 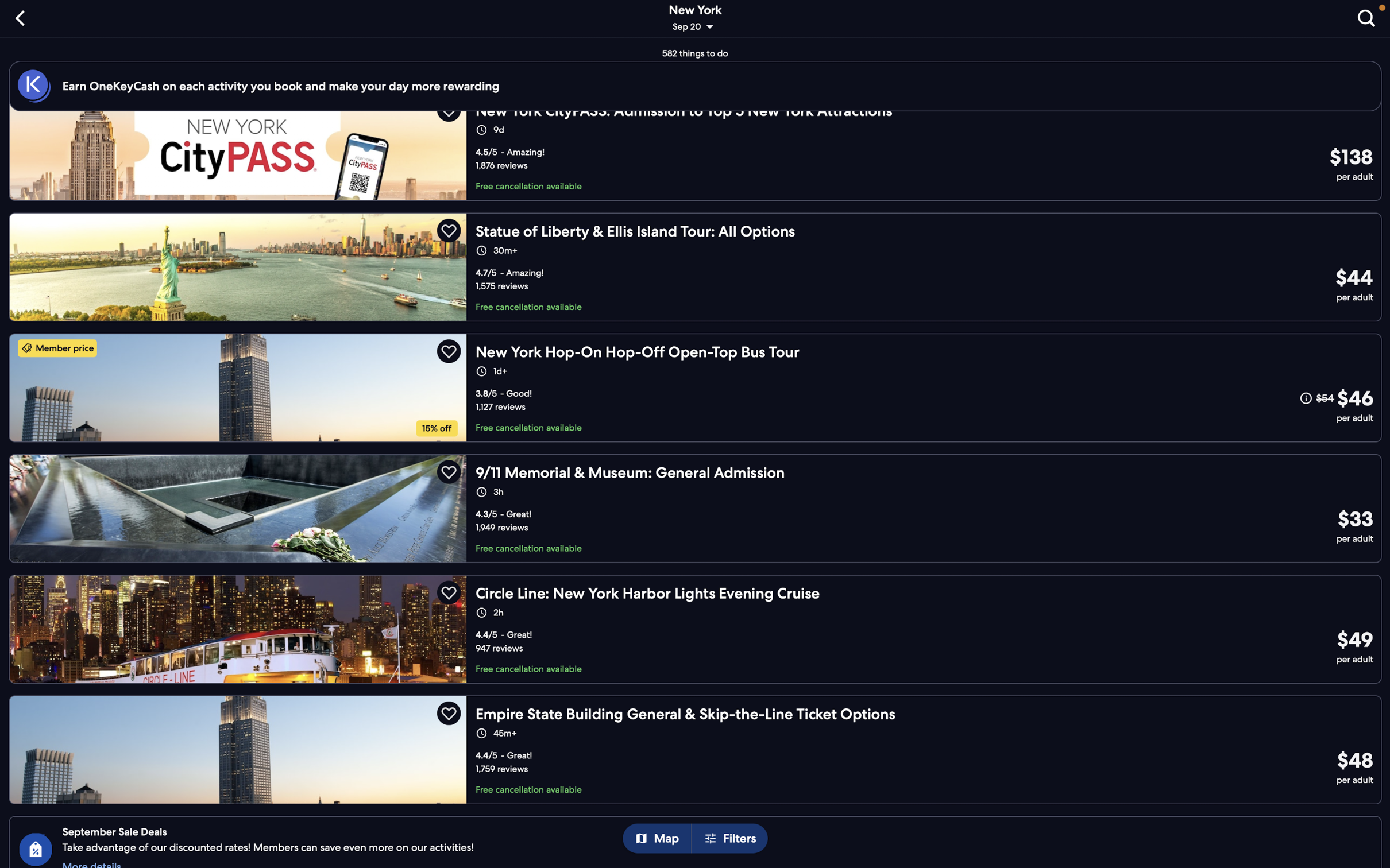 I want to click on the "back" button to navigate to the last page, so click(x=22, y=17).